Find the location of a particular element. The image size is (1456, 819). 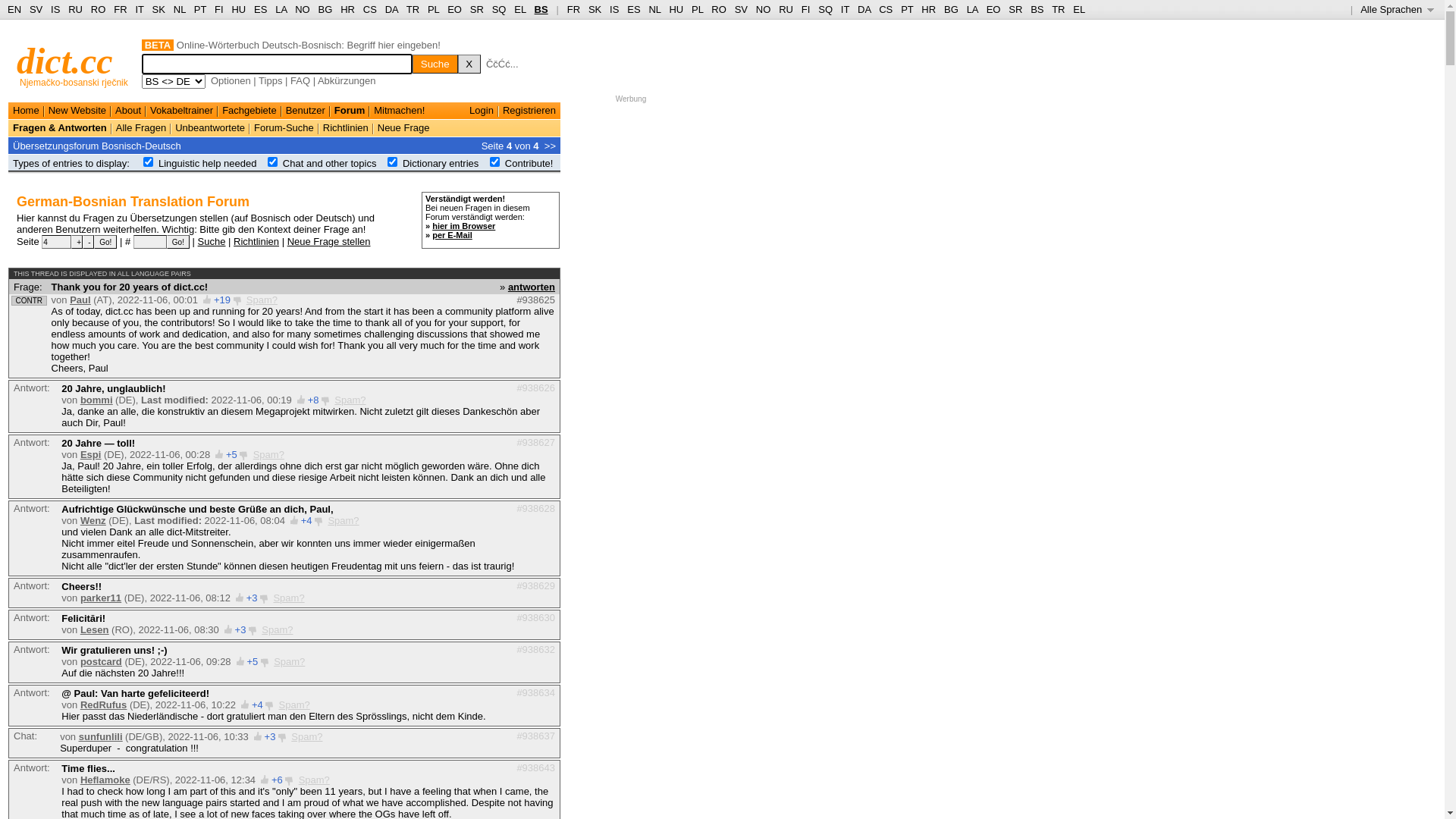

'PT' is located at coordinates (199, 9).